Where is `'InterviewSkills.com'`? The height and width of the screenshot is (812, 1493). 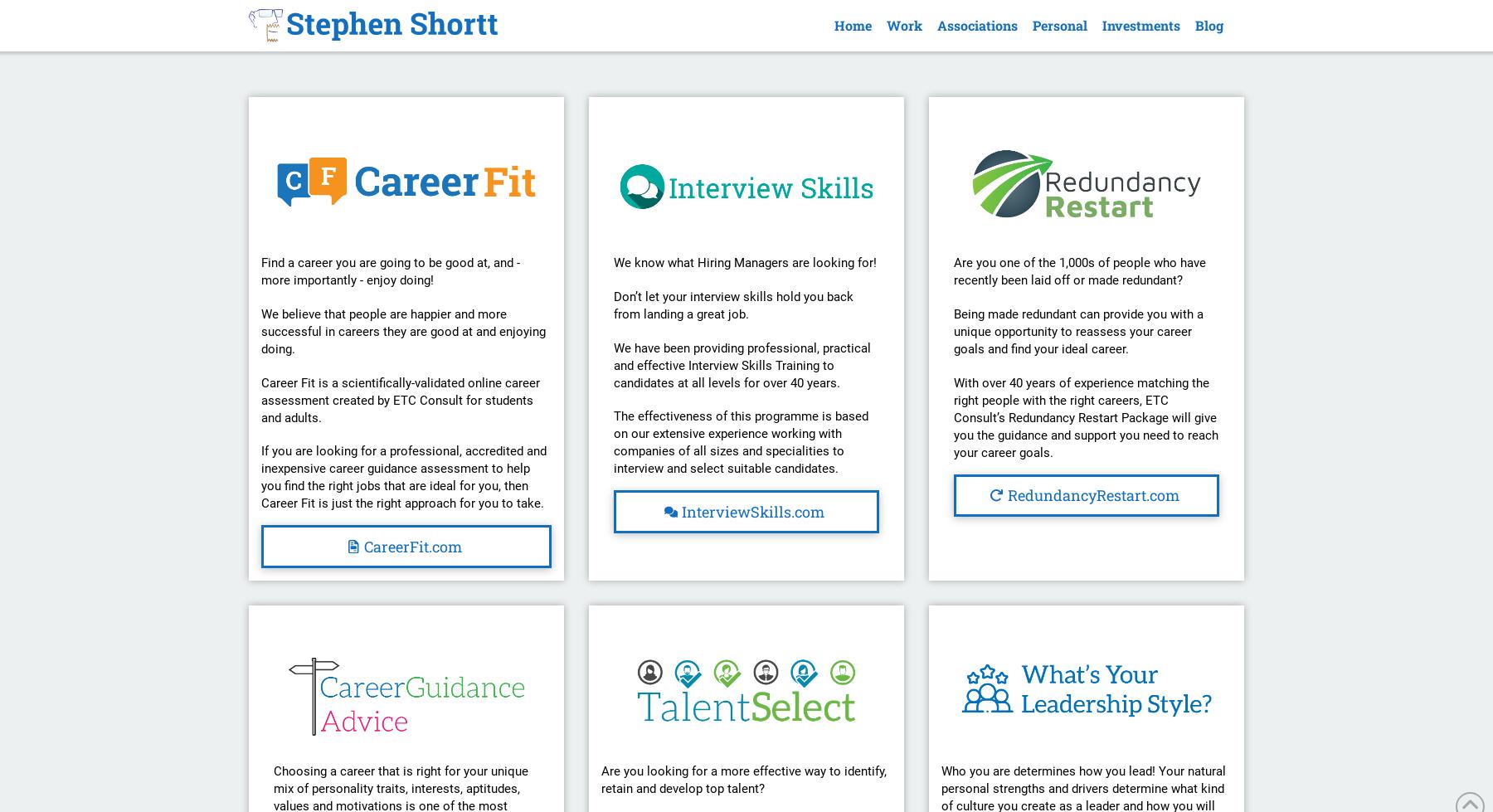
'InterviewSkills.com' is located at coordinates (751, 510).